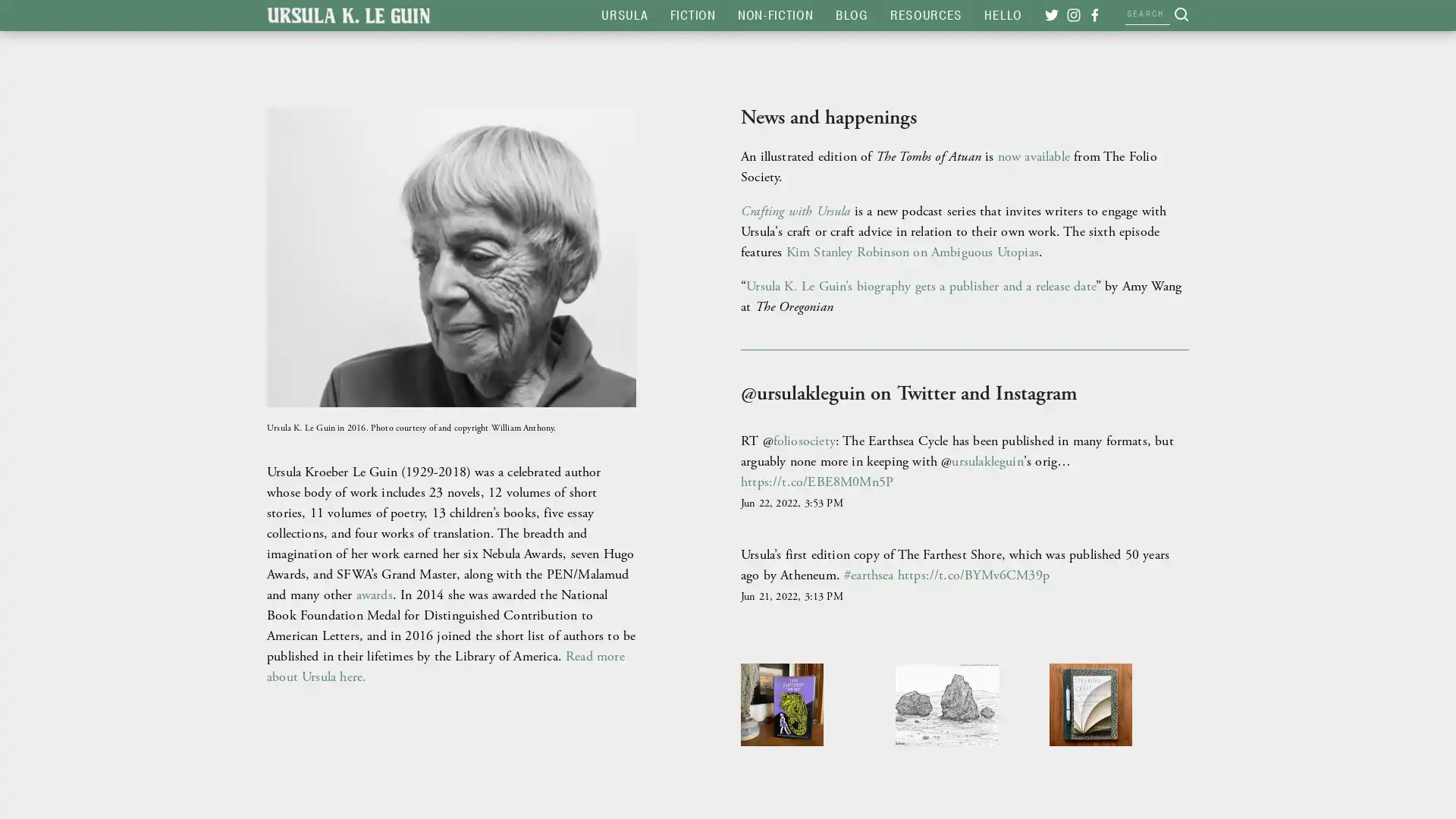 The height and width of the screenshot is (819, 1456). What do you see at coordinates (808, 731) in the screenshot?
I see `View fullsize Ursula&rsquo;s first edition copy of The Farthest Shore, the third book of Earthsea, which celebrates its 50th anniversary this year. #ursulakleguin #ursulaleguin #earthsea #thefarthestshore` at bounding box center [808, 731].